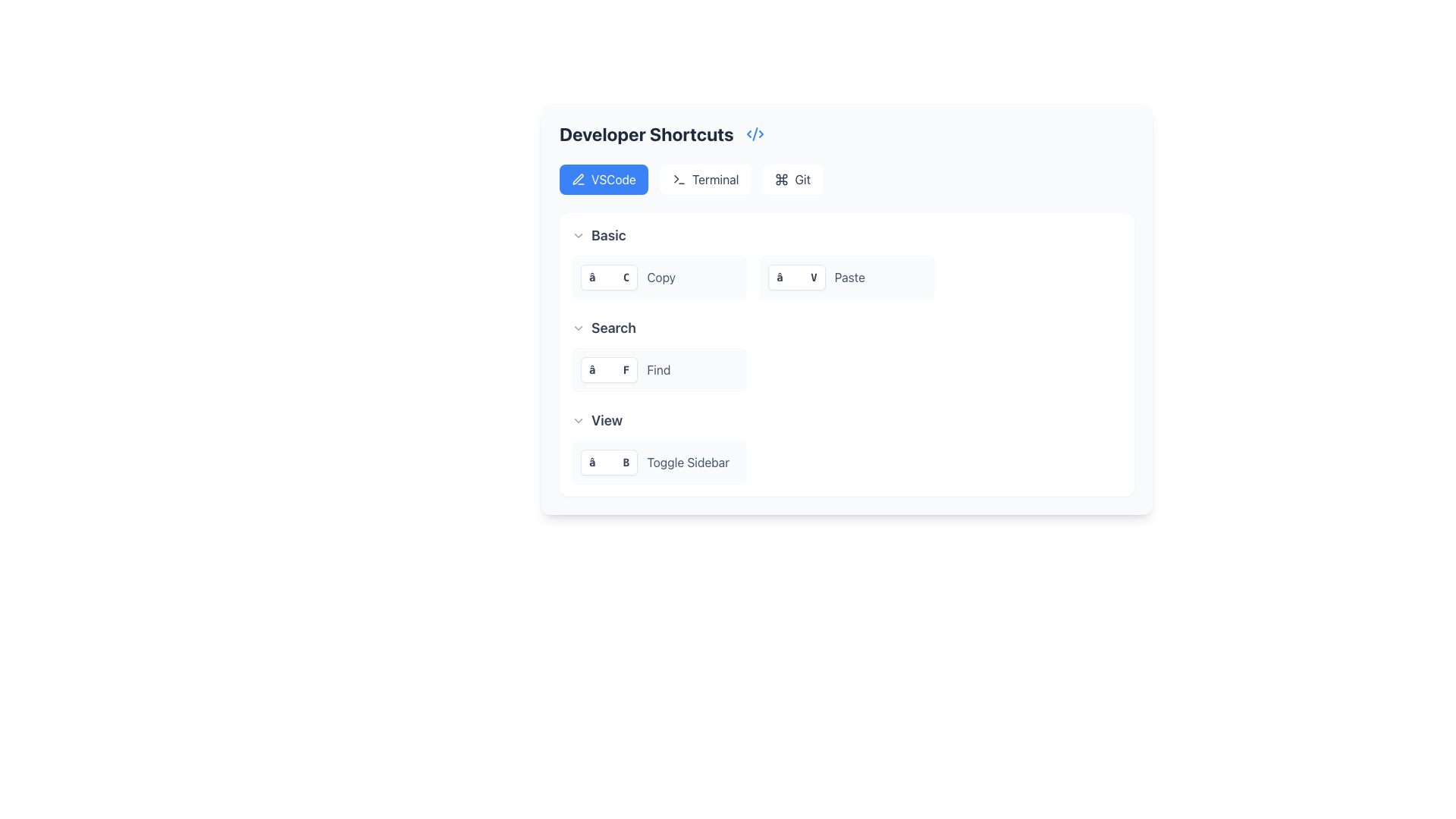 This screenshot has width=1456, height=819. Describe the element at coordinates (608, 236) in the screenshot. I see `the 'Basic' text label, which is styled in bold and dark slate-gray, centrally located in a horizontal row near the upper portion of the main content area` at that location.